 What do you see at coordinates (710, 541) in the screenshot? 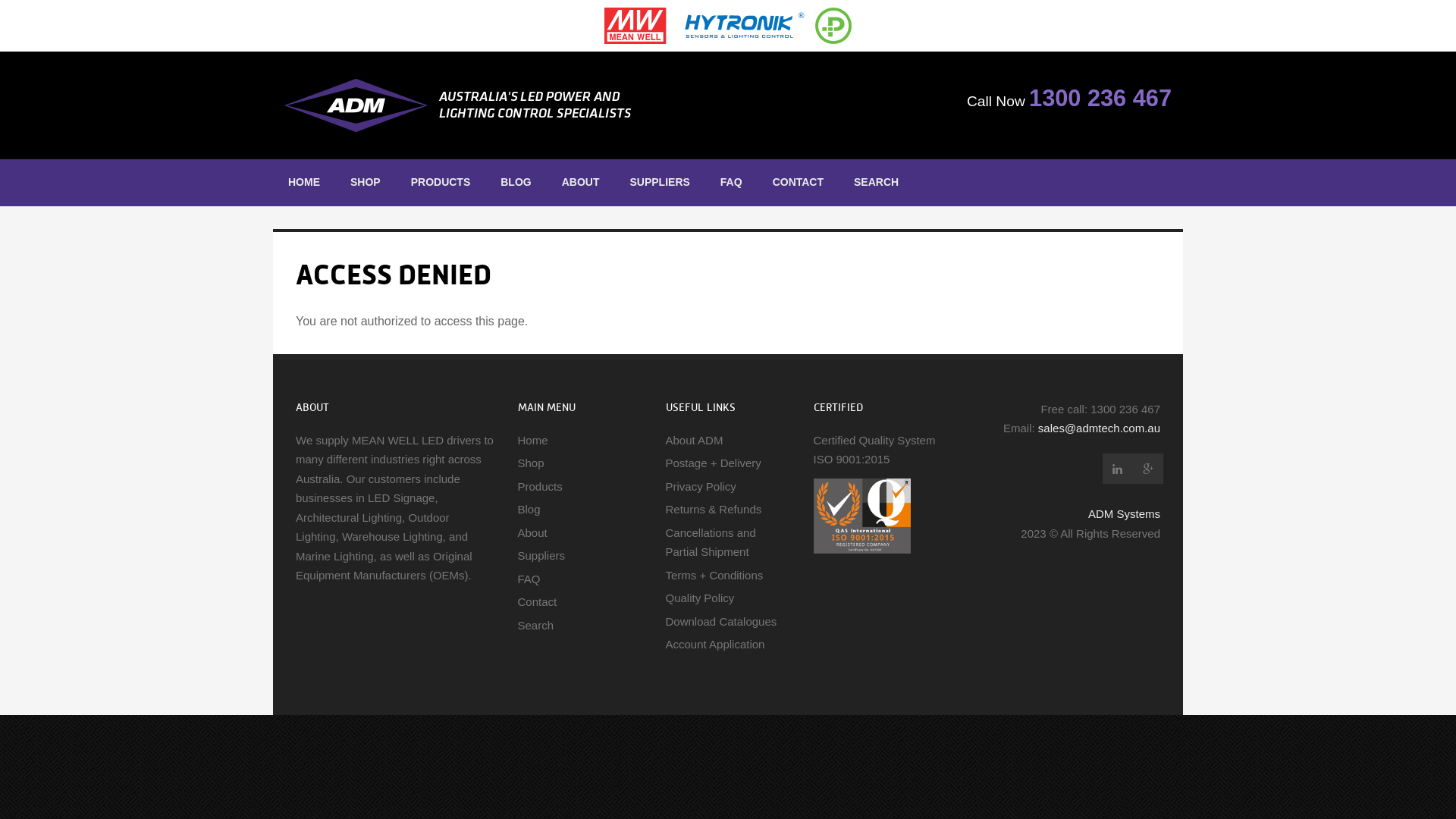
I see `'Cancellations and Partial Shipment'` at bounding box center [710, 541].